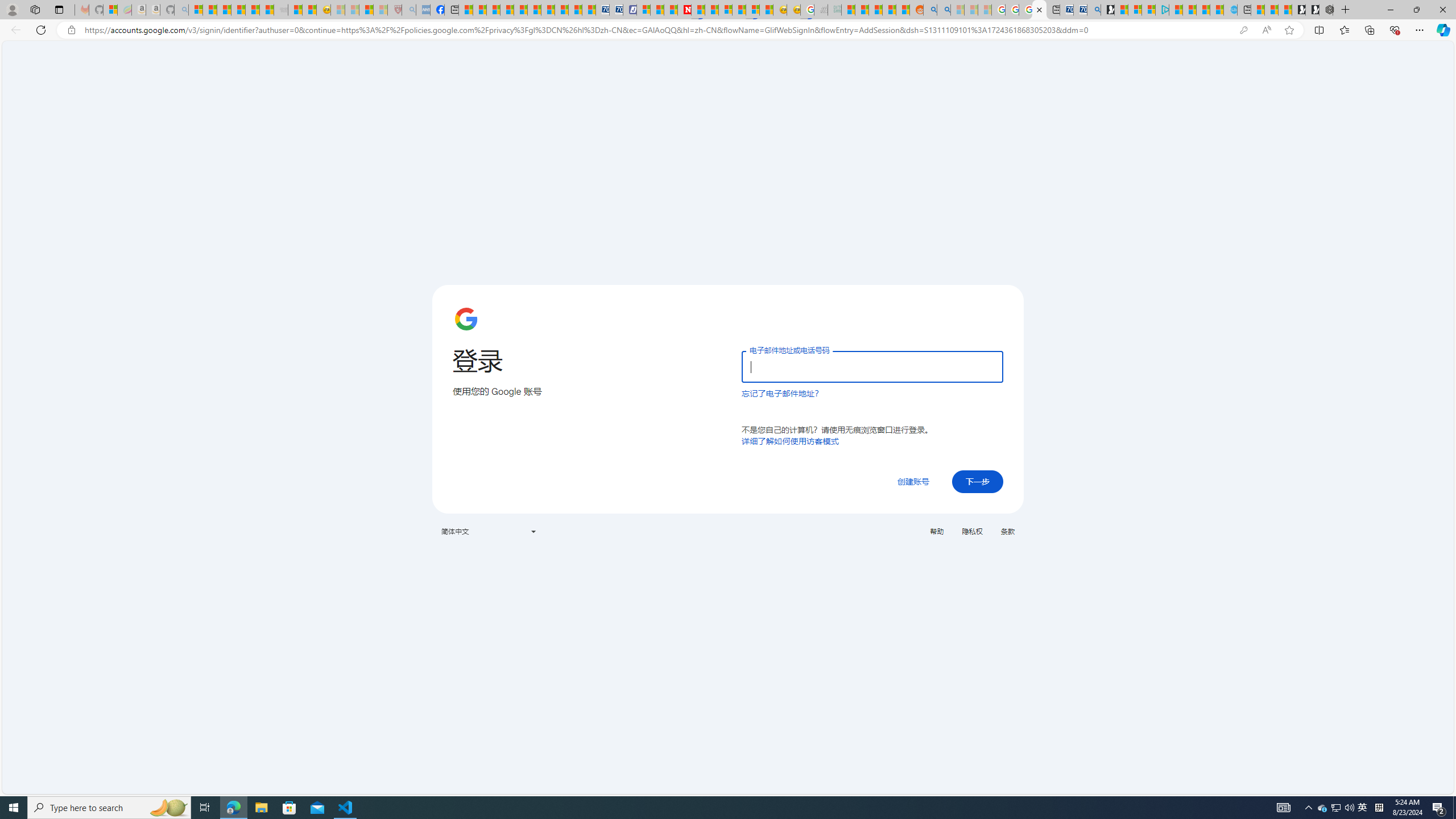 The image size is (1456, 819). What do you see at coordinates (1093, 9) in the screenshot?
I see `'Bing Real Estate - Home sales and rental listings'` at bounding box center [1093, 9].